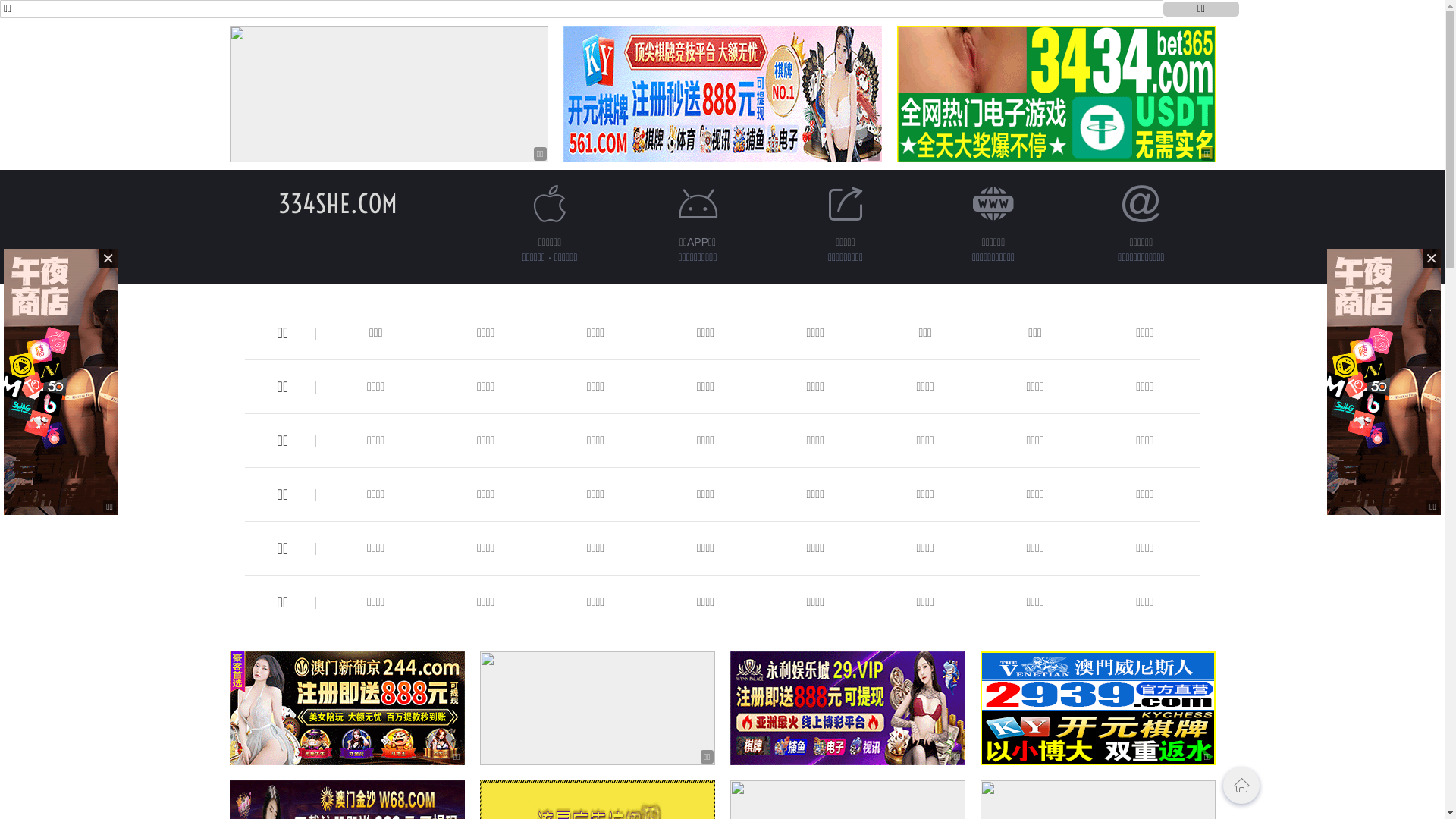 Image resolution: width=1456 pixels, height=819 pixels. Describe the element at coordinates (337, 202) in the screenshot. I see `'334SHE.COM'` at that location.